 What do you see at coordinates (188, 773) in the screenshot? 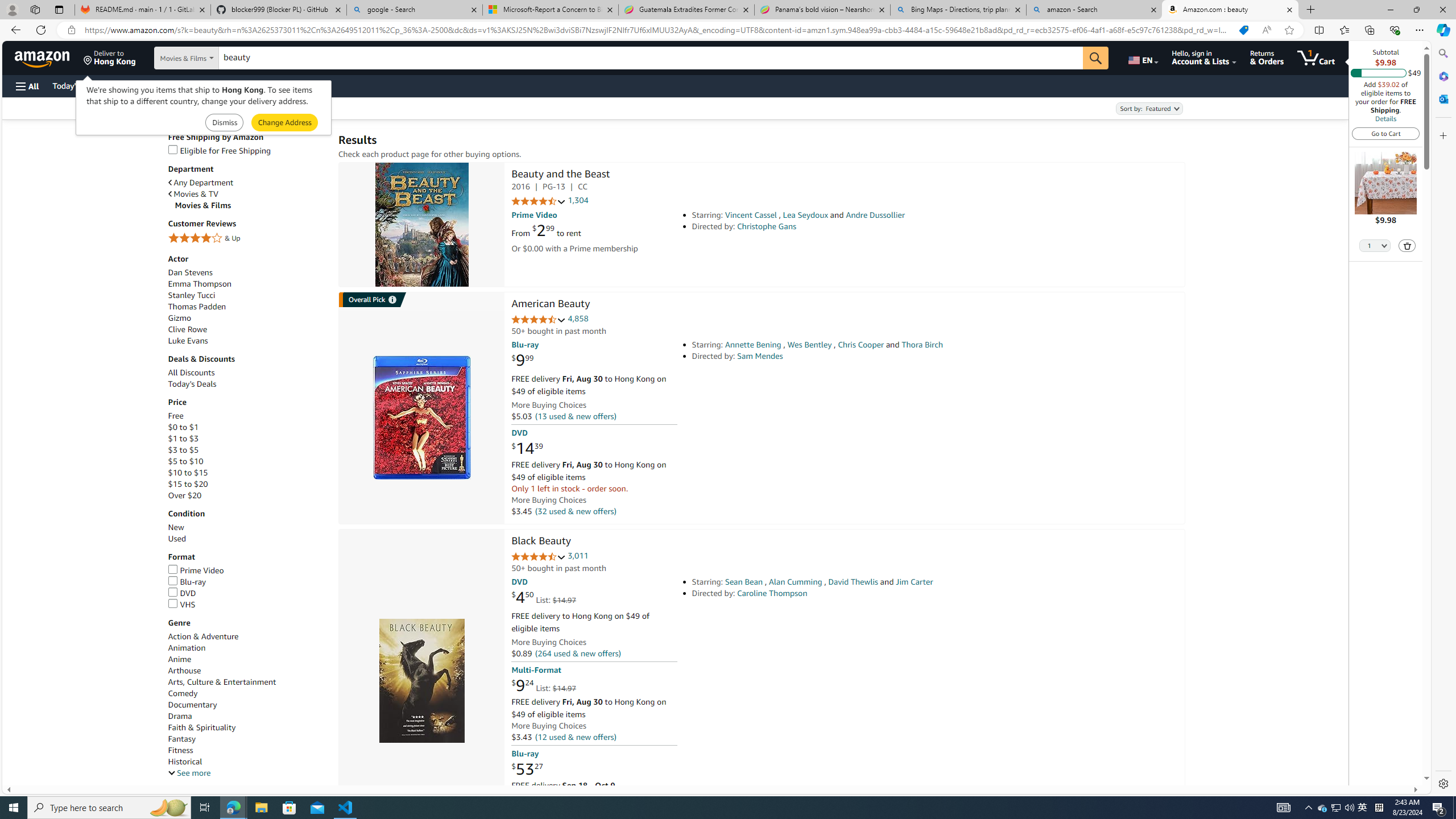
I see `'See more, Genre'` at bounding box center [188, 773].